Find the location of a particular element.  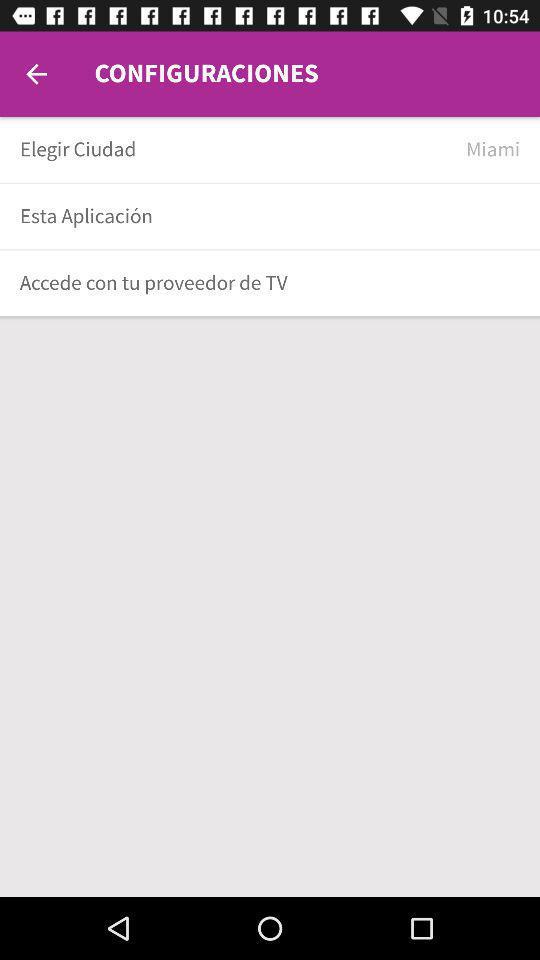

item to the right of elegir ciudad is located at coordinates (492, 148).